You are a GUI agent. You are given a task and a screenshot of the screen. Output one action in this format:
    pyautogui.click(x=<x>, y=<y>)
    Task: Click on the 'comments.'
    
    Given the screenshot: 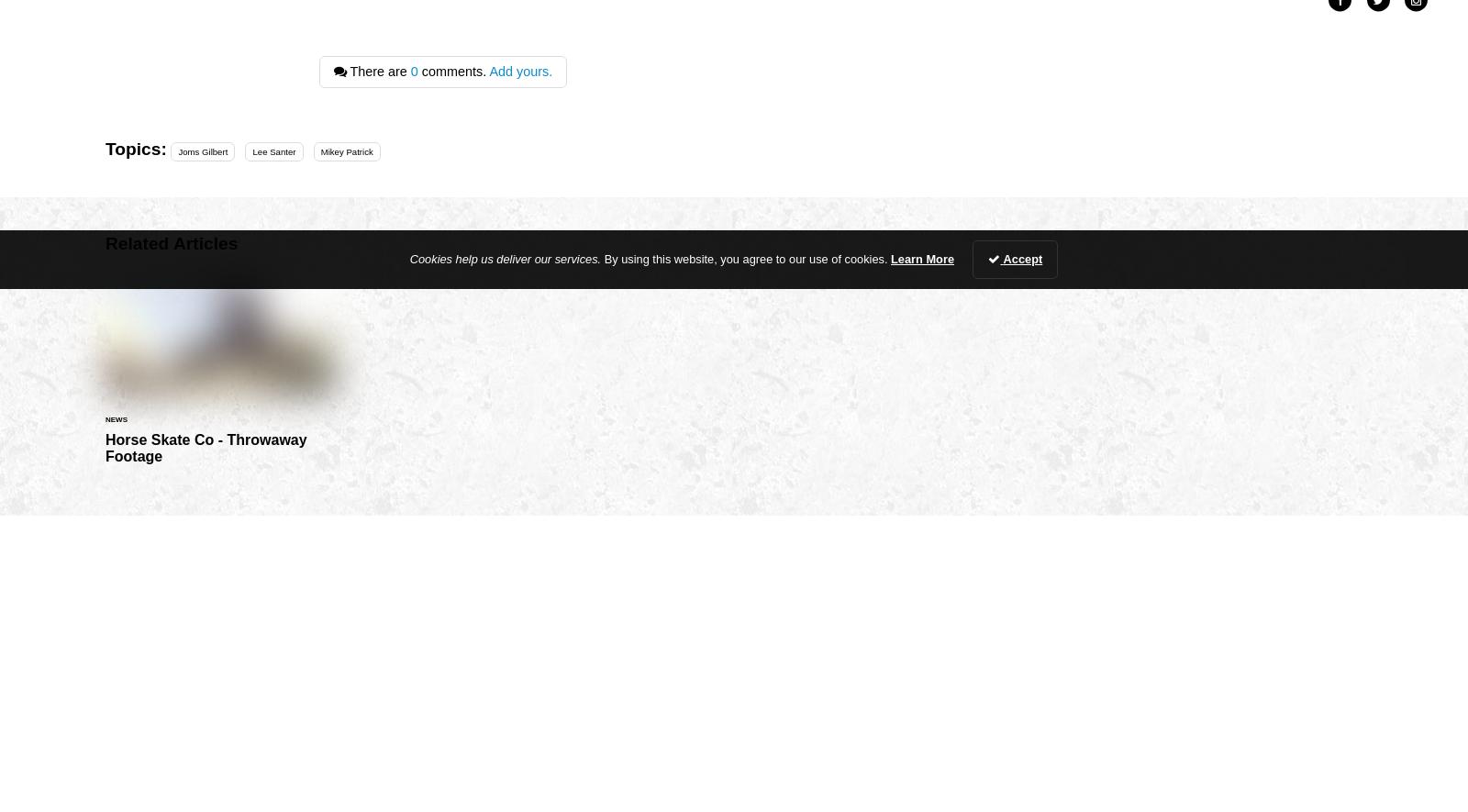 What is the action you would take?
    pyautogui.click(x=451, y=70)
    